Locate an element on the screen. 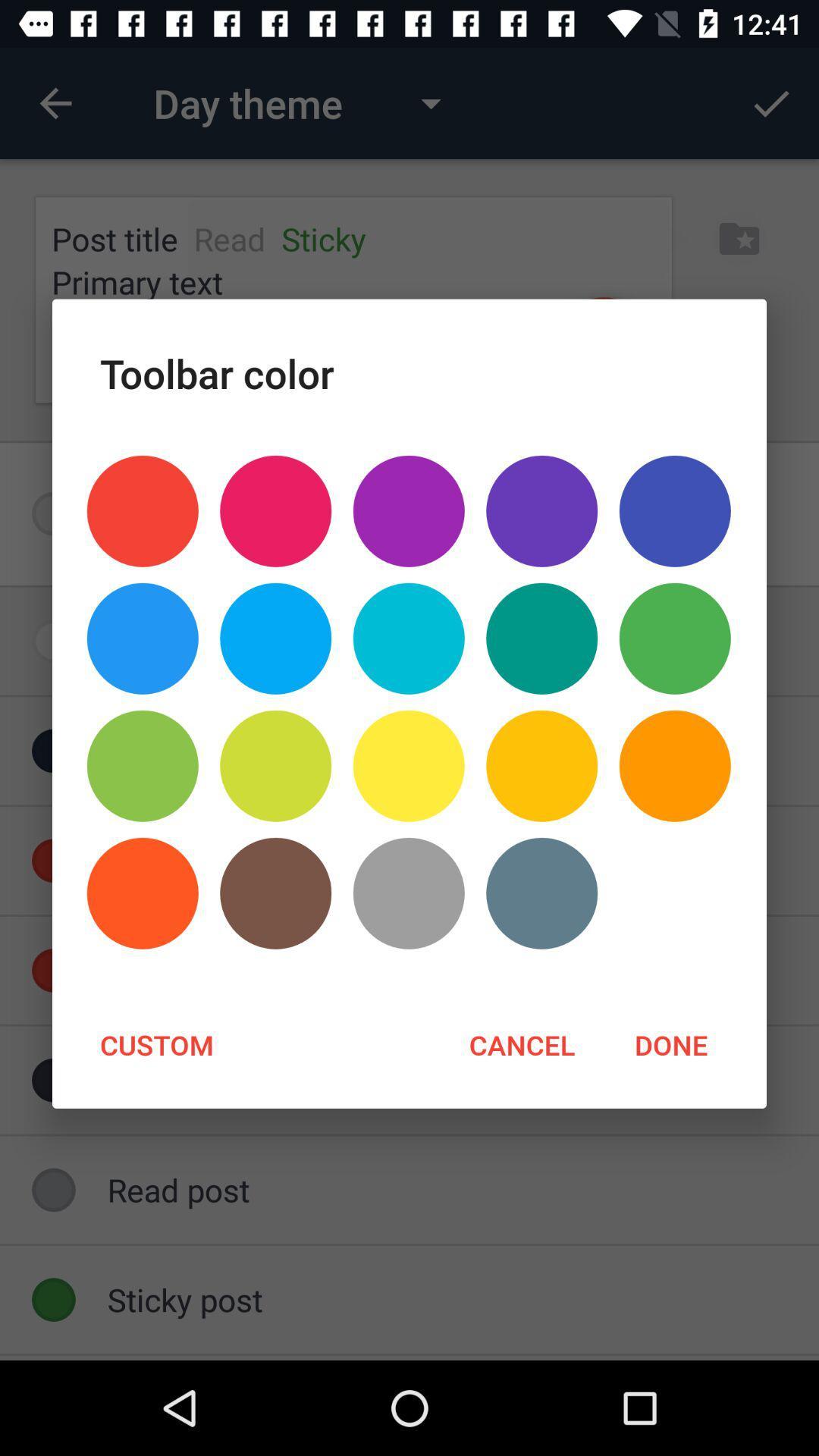 The height and width of the screenshot is (1456, 819). done is located at coordinates (670, 1043).